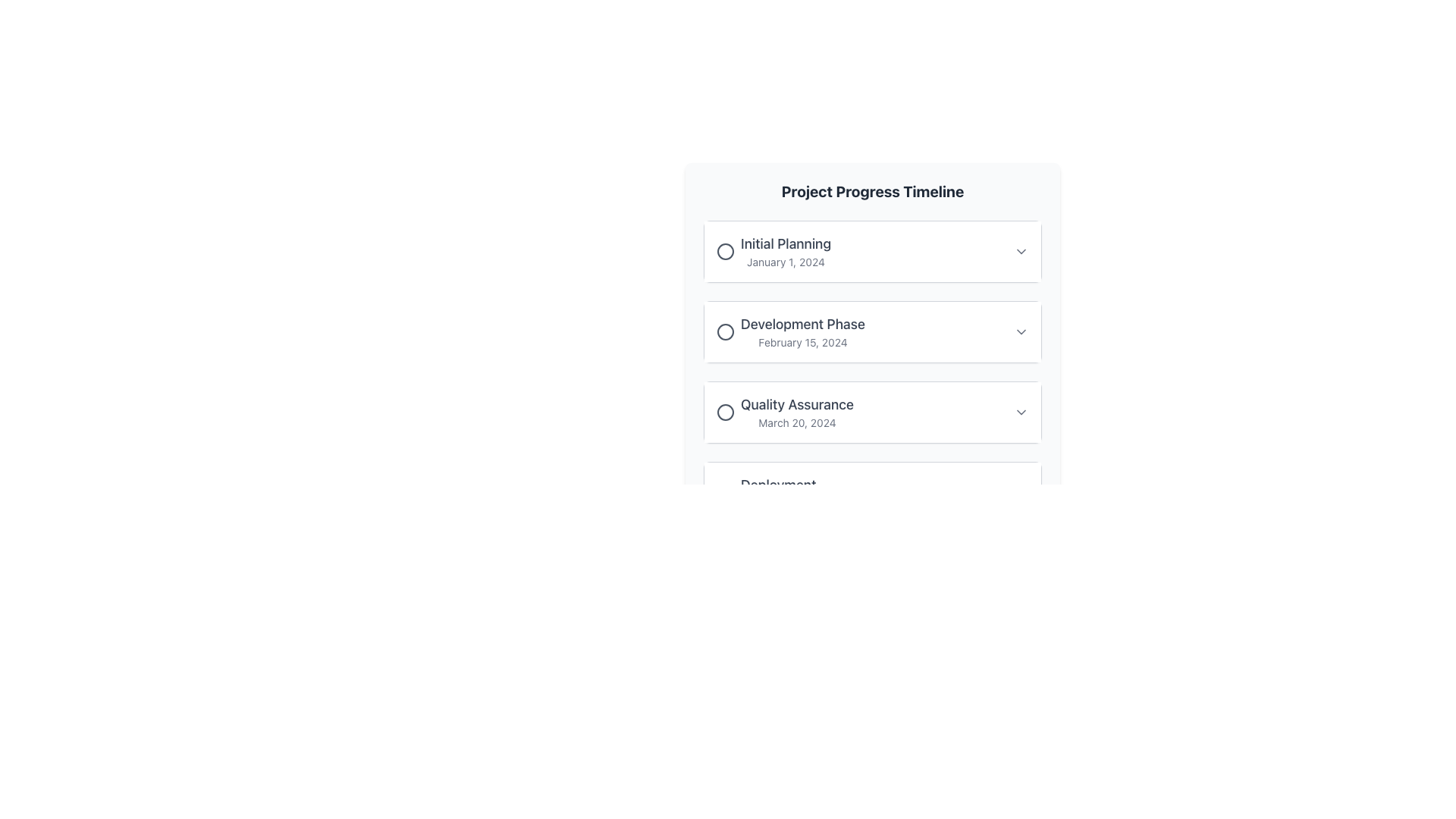  I want to click on the graphical icon resembling a hollow circle outlined in gray, located to the left of the text 'Development Phase February 15, 2024', so click(724, 331).